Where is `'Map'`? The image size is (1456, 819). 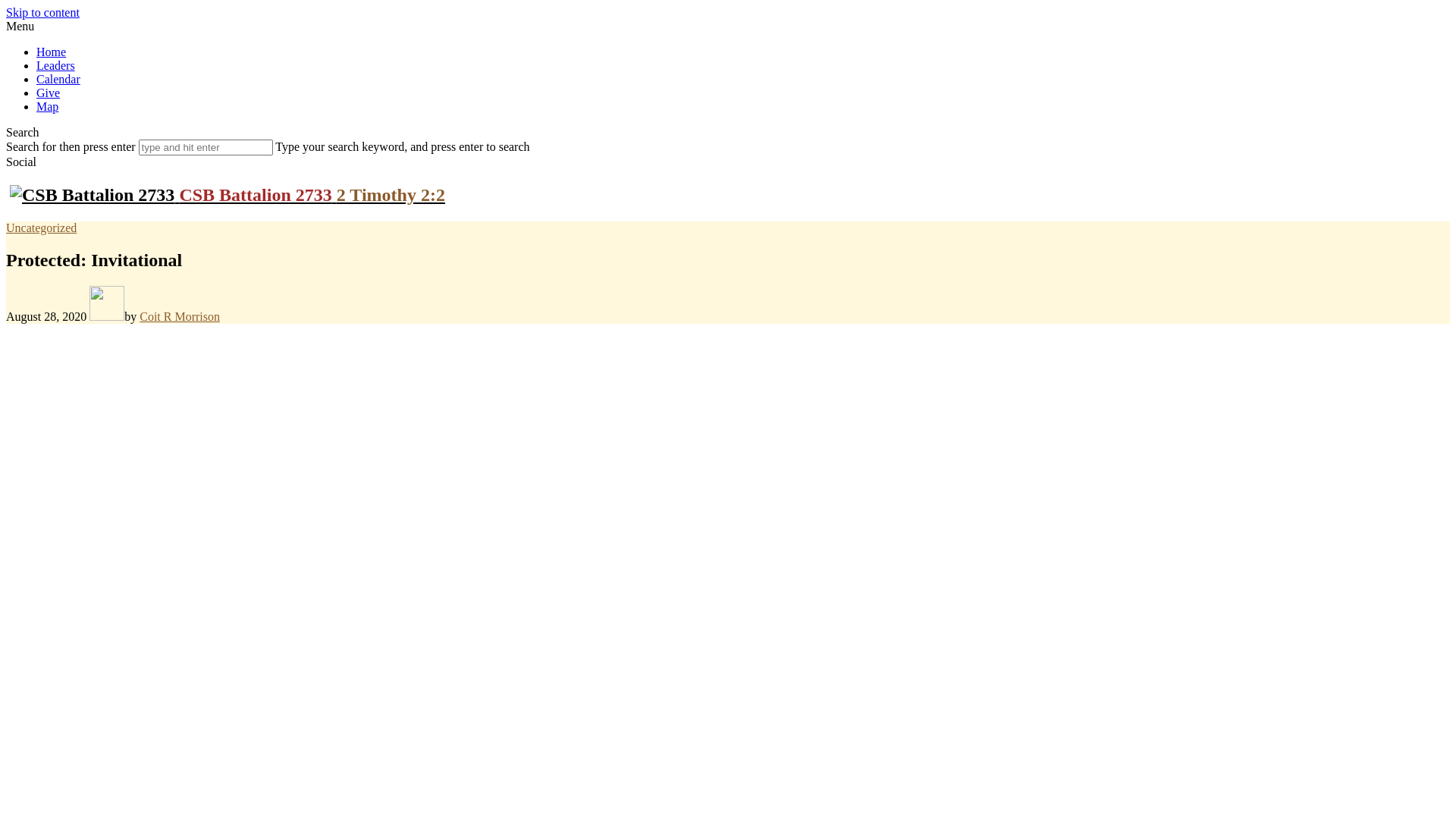
'Map' is located at coordinates (36, 105).